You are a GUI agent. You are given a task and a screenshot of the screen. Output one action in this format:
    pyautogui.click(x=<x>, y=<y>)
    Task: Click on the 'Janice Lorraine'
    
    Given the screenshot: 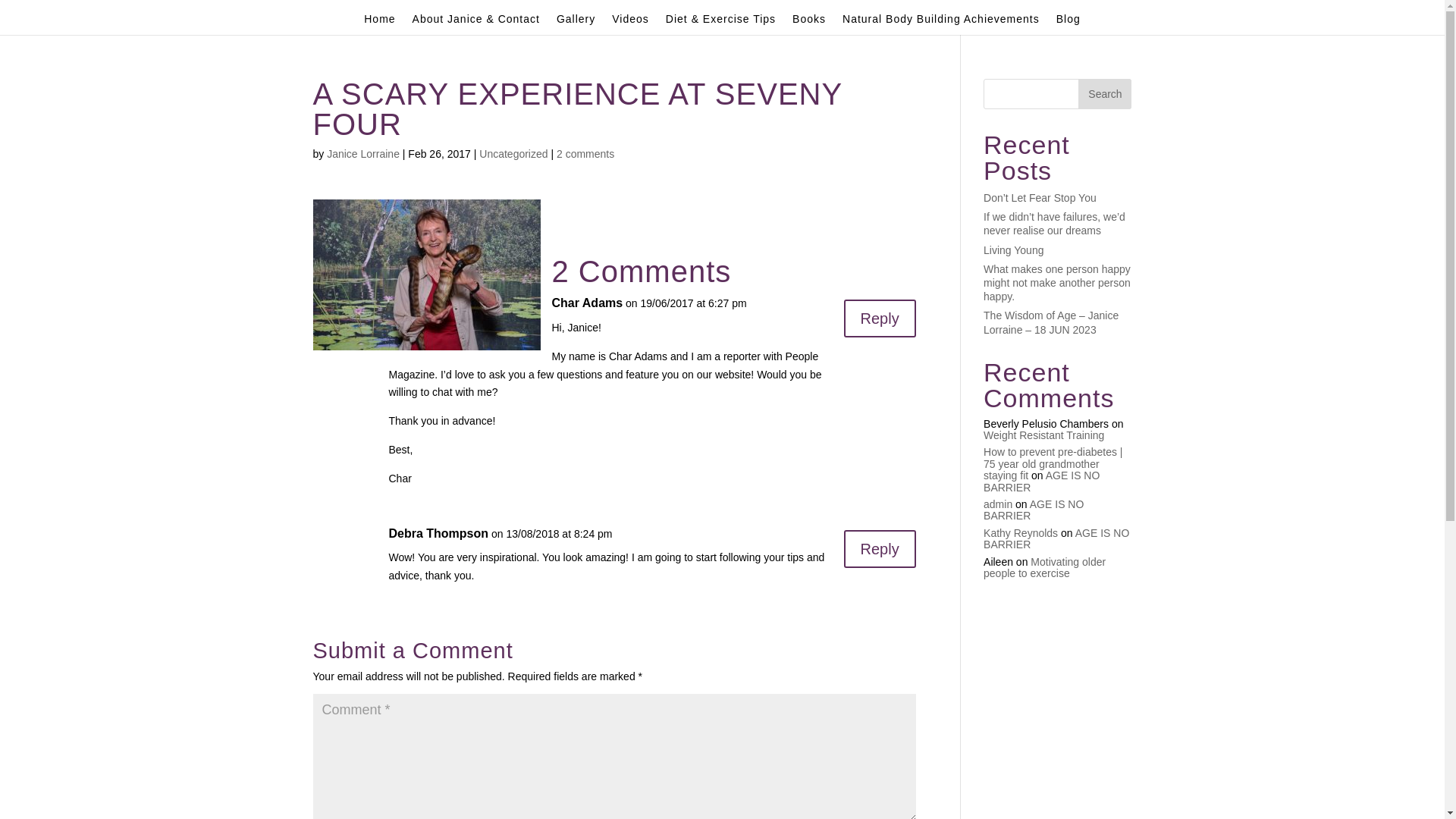 What is the action you would take?
    pyautogui.click(x=362, y=154)
    